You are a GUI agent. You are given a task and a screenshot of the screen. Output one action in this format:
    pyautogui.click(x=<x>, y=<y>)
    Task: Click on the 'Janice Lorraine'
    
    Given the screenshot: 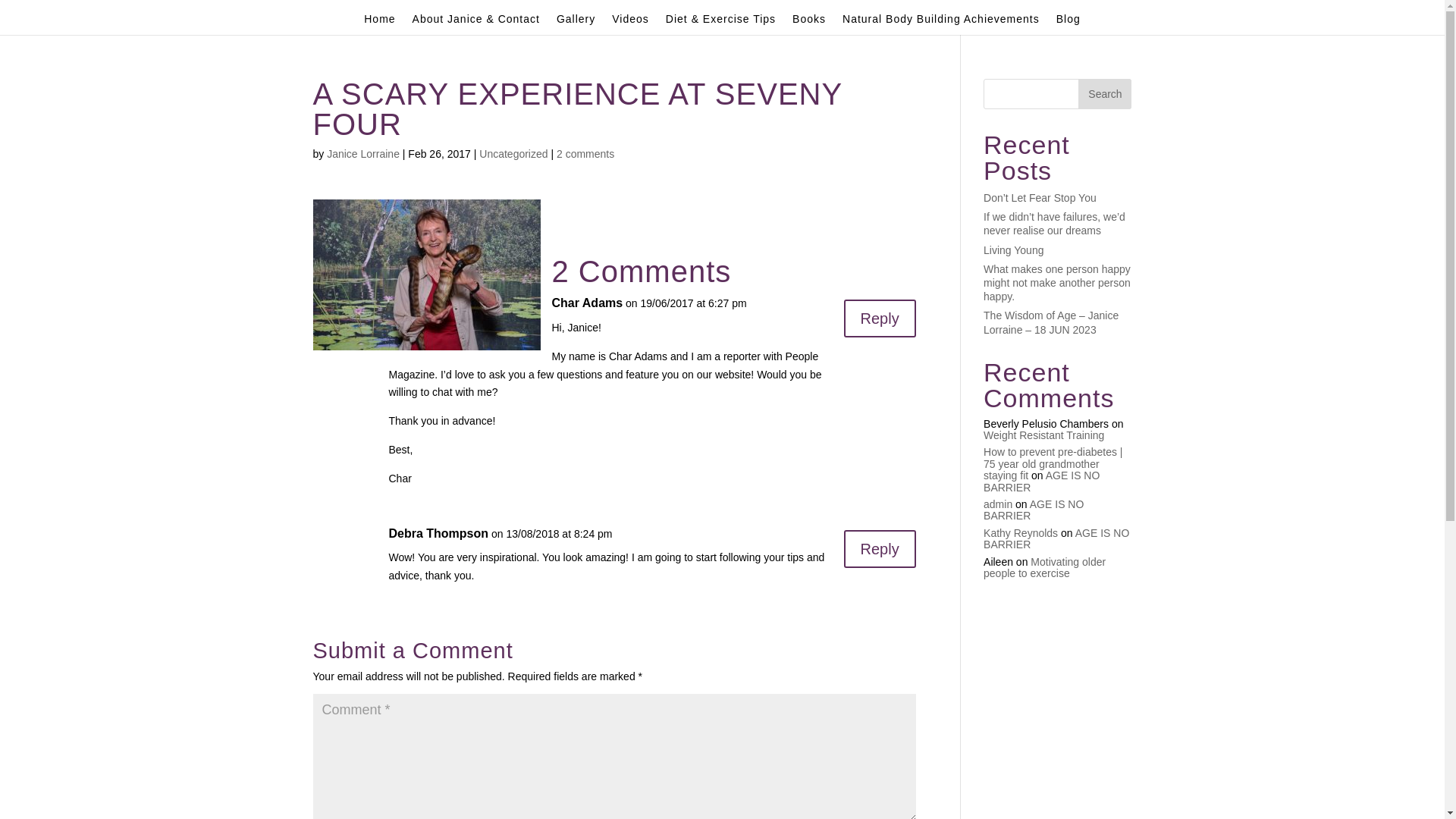 What is the action you would take?
    pyautogui.click(x=362, y=154)
    